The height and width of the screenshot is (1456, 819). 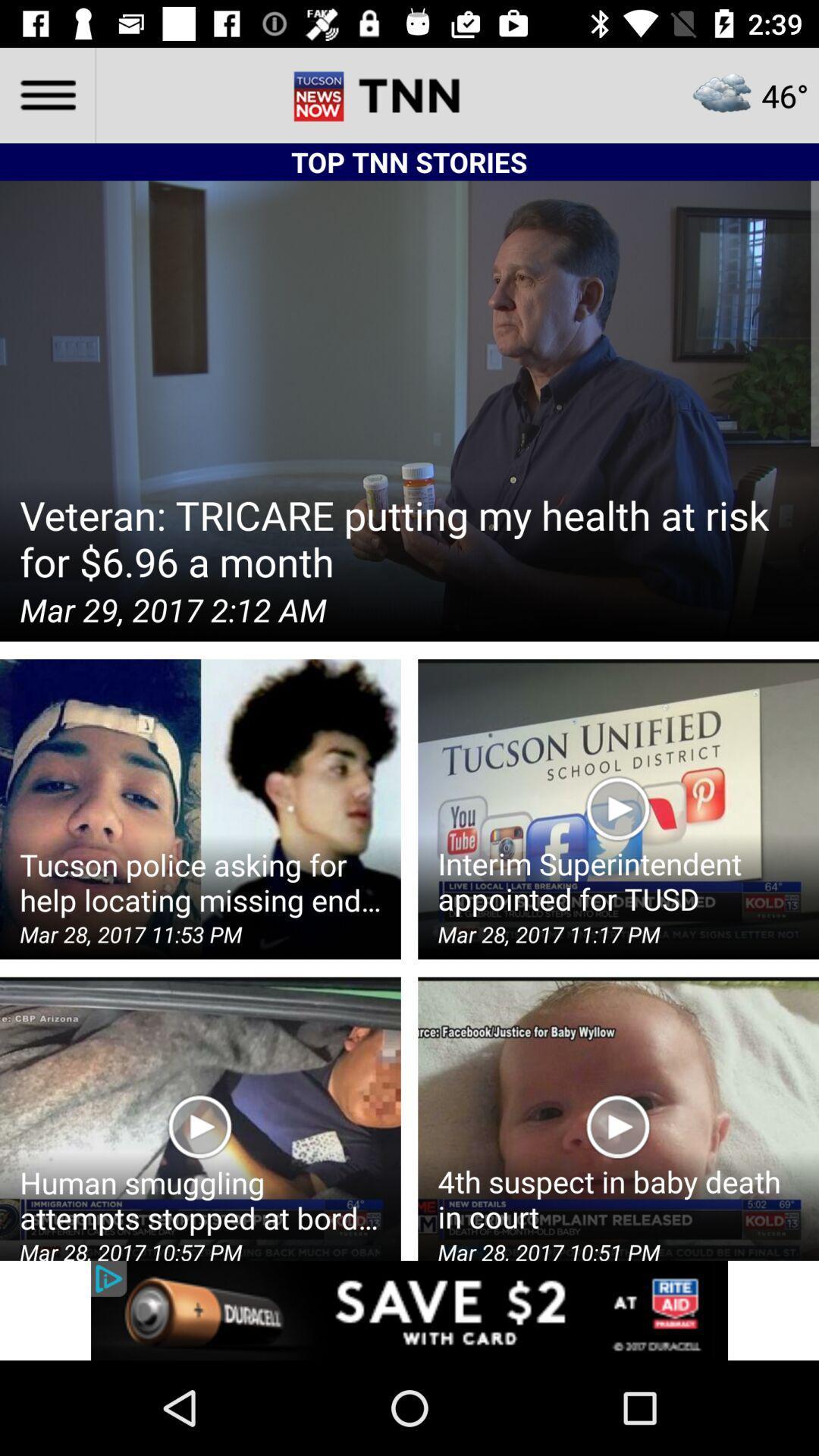 What do you see at coordinates (356, 94) in the screenshot?
I see `the font icon` at bounding box center [356, 94].